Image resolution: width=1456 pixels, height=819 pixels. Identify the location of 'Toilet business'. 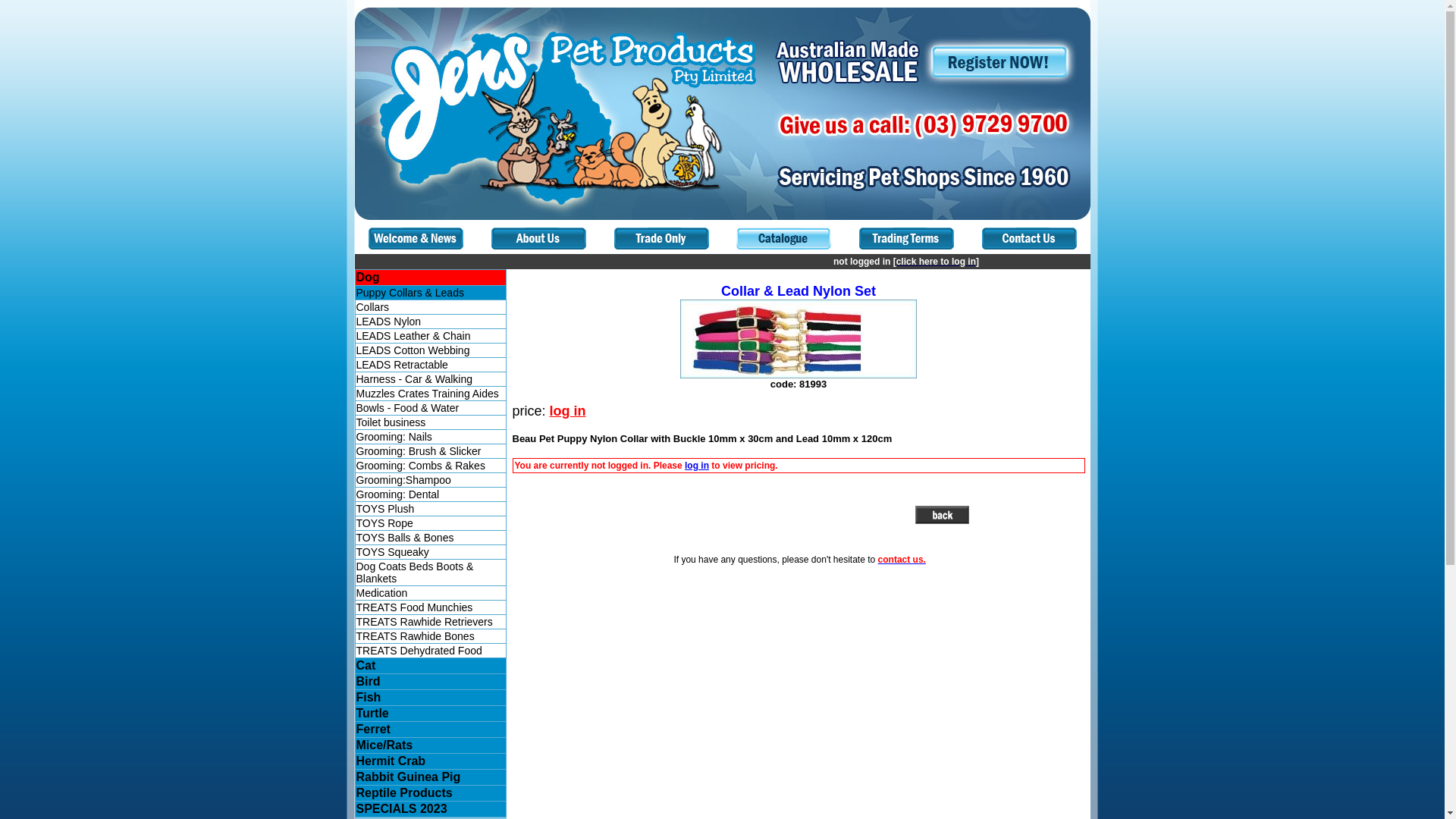
(391, 422).